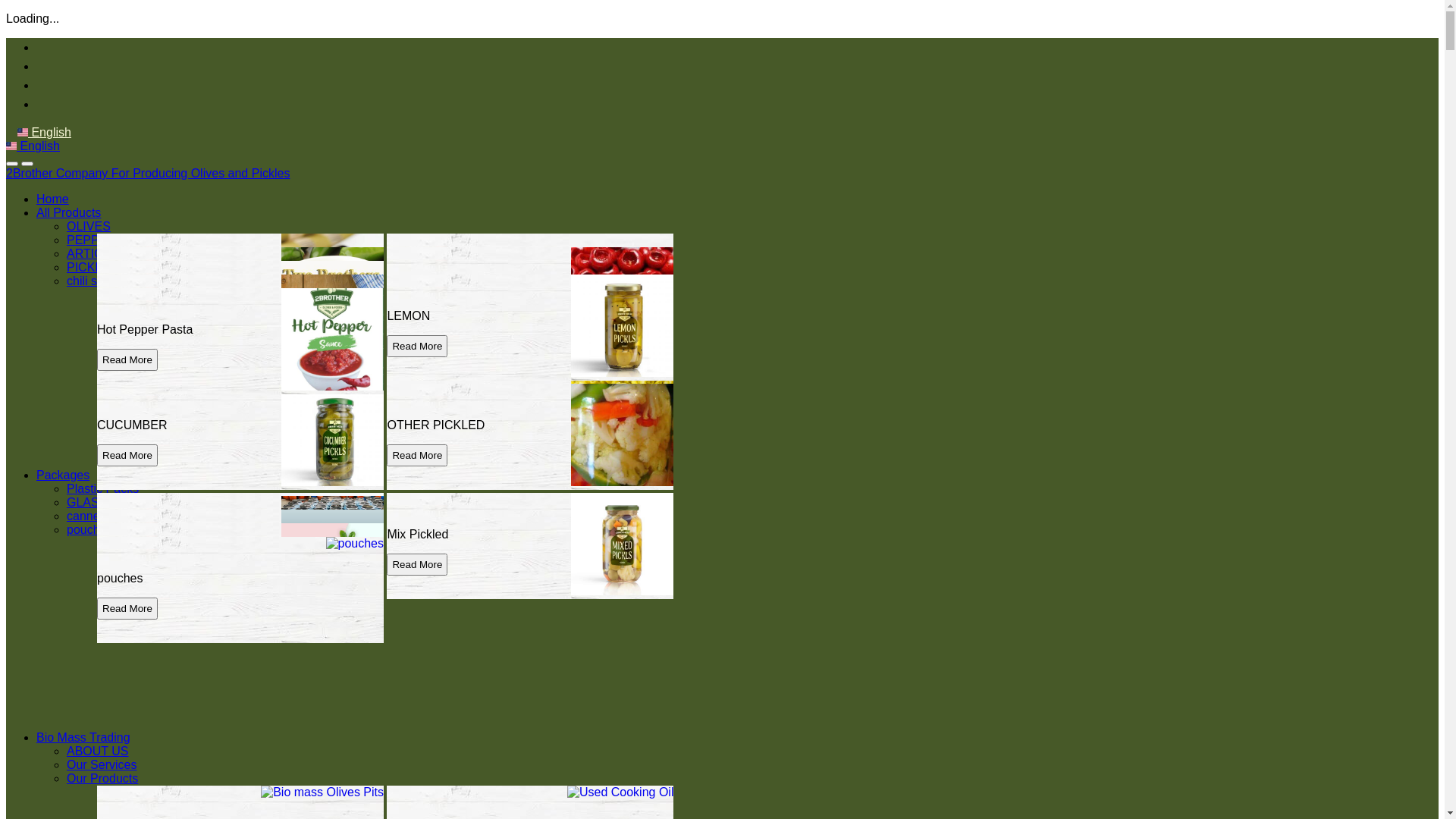 The height and width of the screenshot is (819, 1456). Describe the element at coordinates (386, 346) in the screenshot. I see `'Read More'` at that location.